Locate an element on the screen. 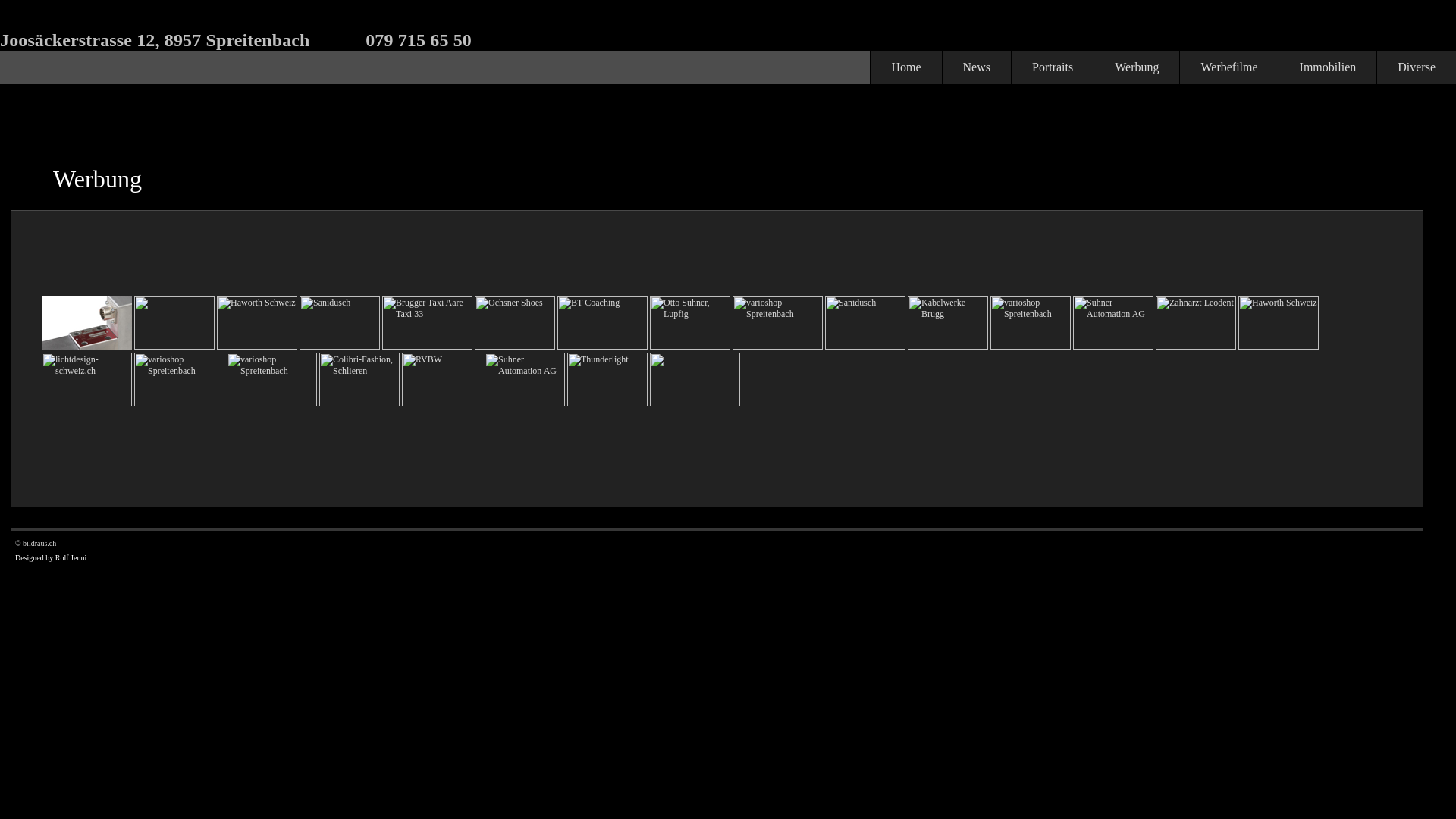 Image resolution: width=1456 pixels, height=819 pixels. 'Home' is located at coordinates (905, 66).